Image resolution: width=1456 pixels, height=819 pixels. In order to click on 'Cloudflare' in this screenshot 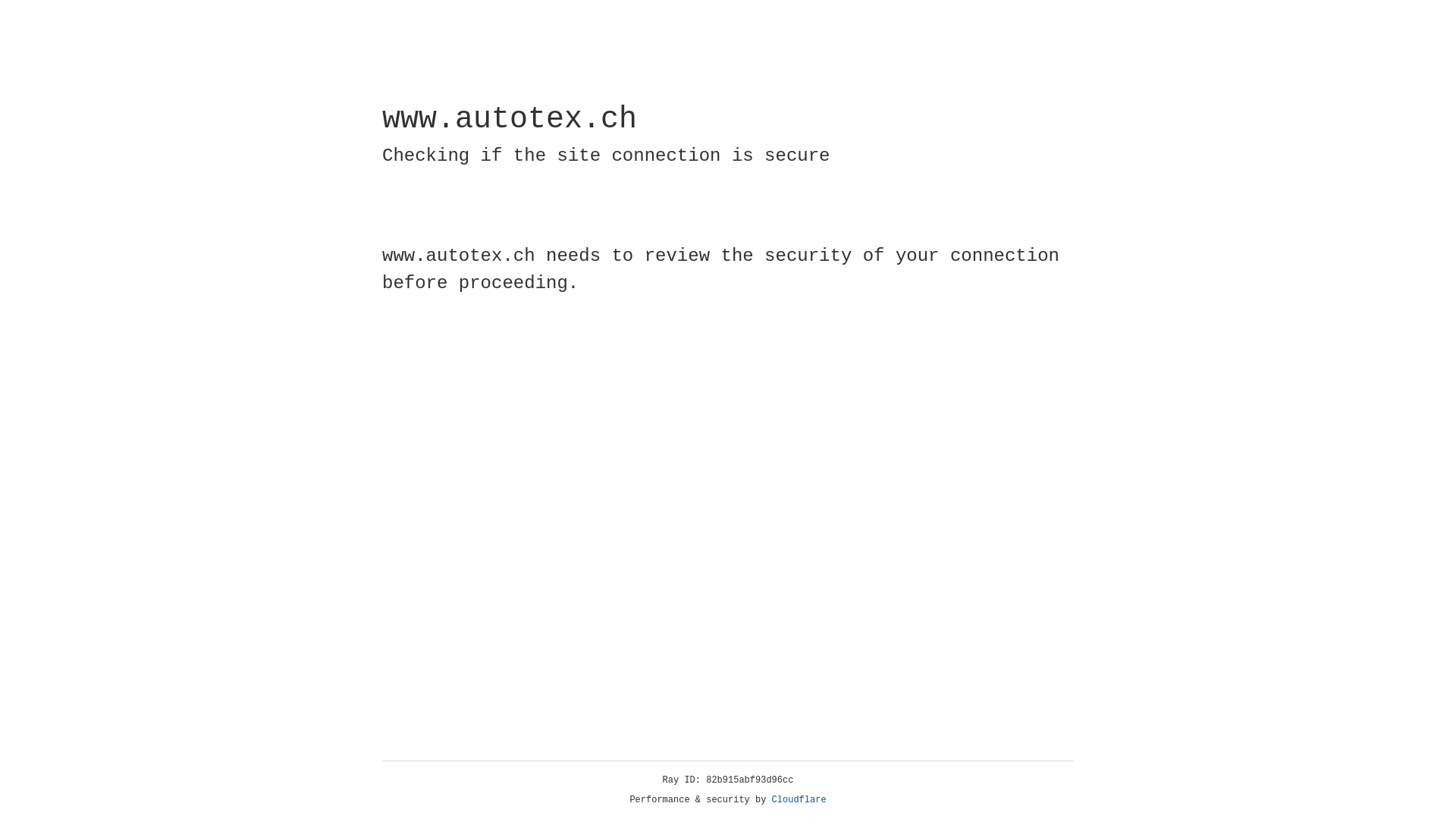, I will do `click(799, 799)`.